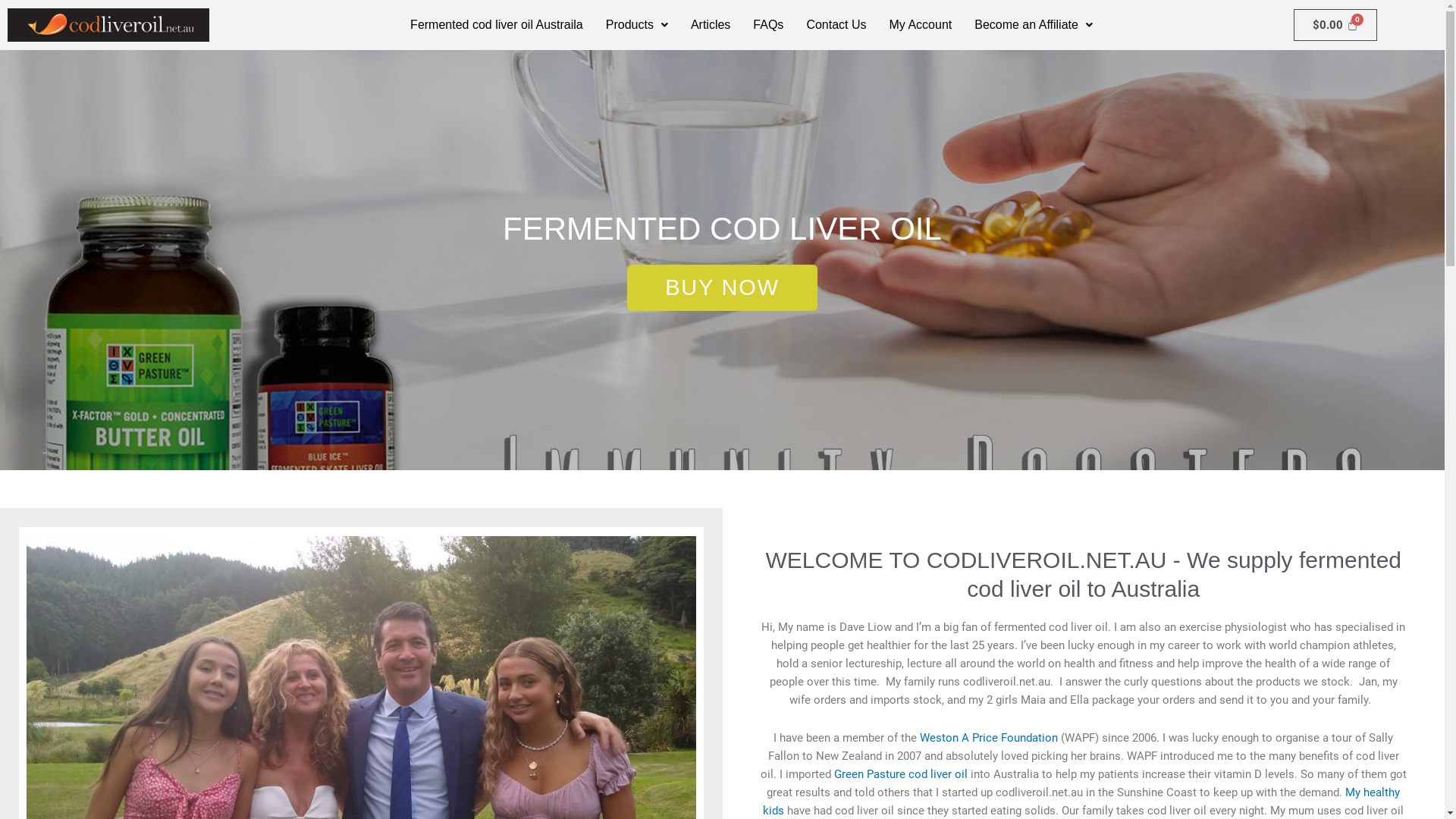 The image size is (1456, 819). What do you see at coordinates (709, 25) in the screenshot?
I see `'Articles'` at bounding box center [709, 25].